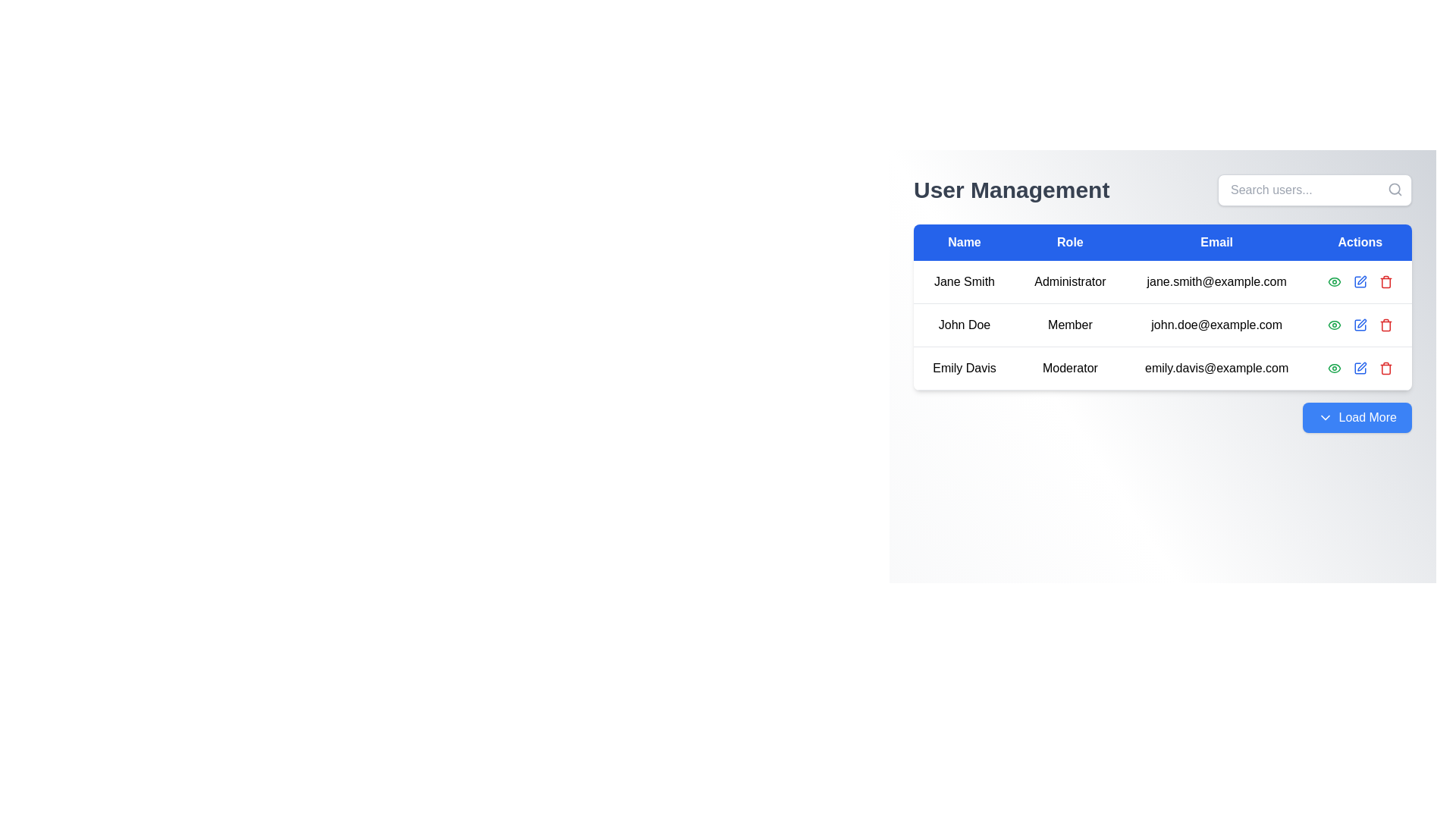 The width and height of the screenshot is (1456, 819). I want to click on the Icon button resembling a pen in the Actions column associated with user 'John Doe', so click(1361, 280).